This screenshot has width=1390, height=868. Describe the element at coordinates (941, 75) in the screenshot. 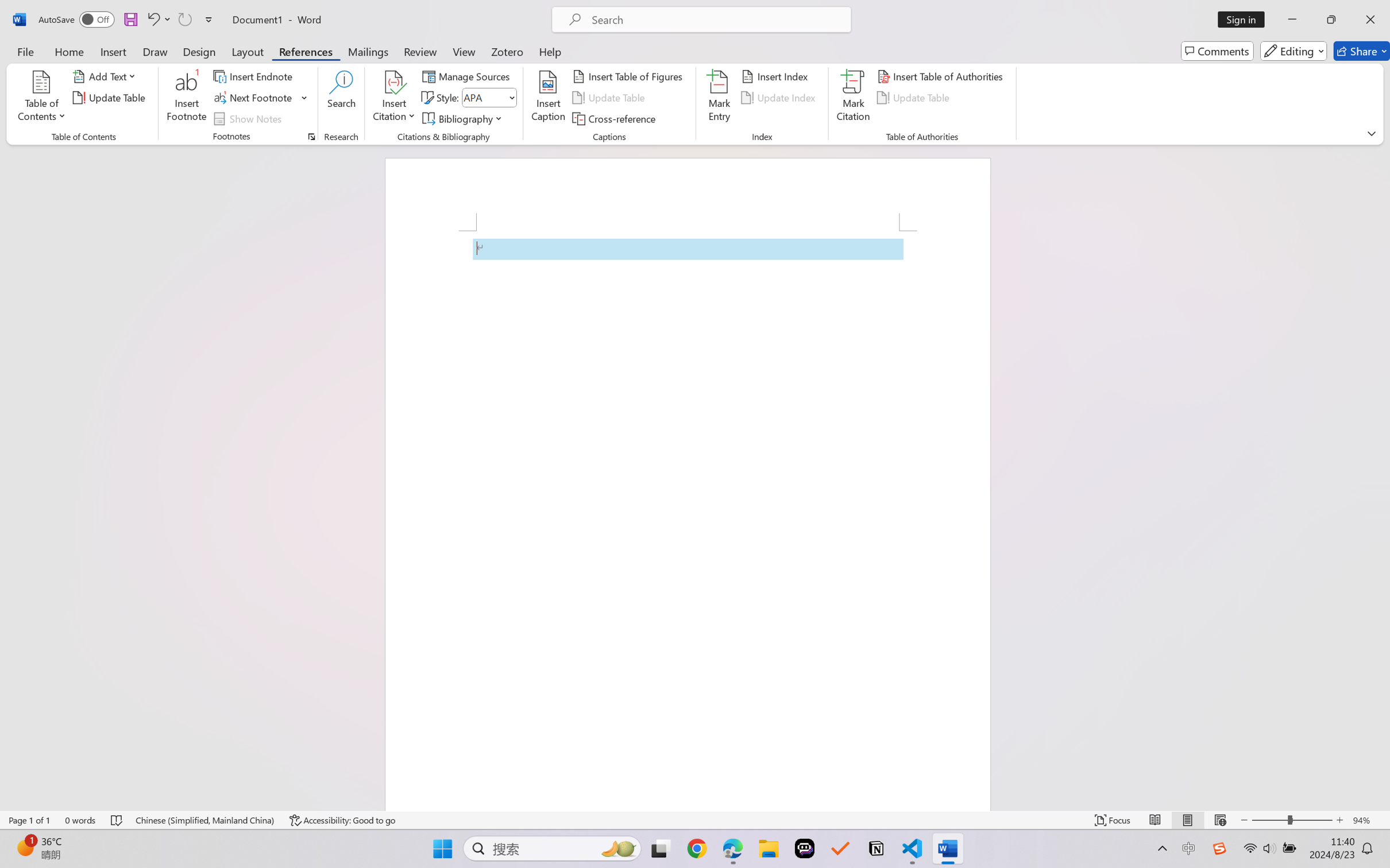

I see `'Insert Table of Authorities...'` at that location.